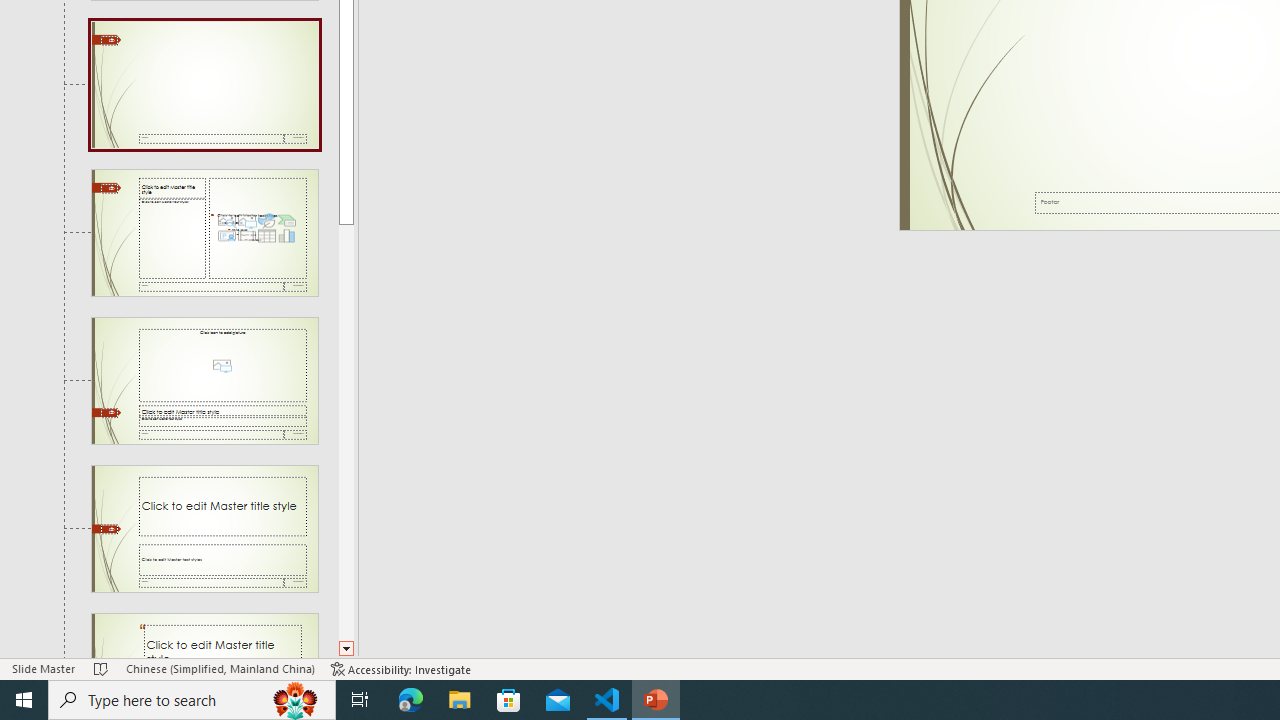 This screenshot has height=720, width=1280. Describe the element at coordinates (204, 527) in the screenshot. I see `'Slide Title and Caption Layout: used by no slides'` at that location.